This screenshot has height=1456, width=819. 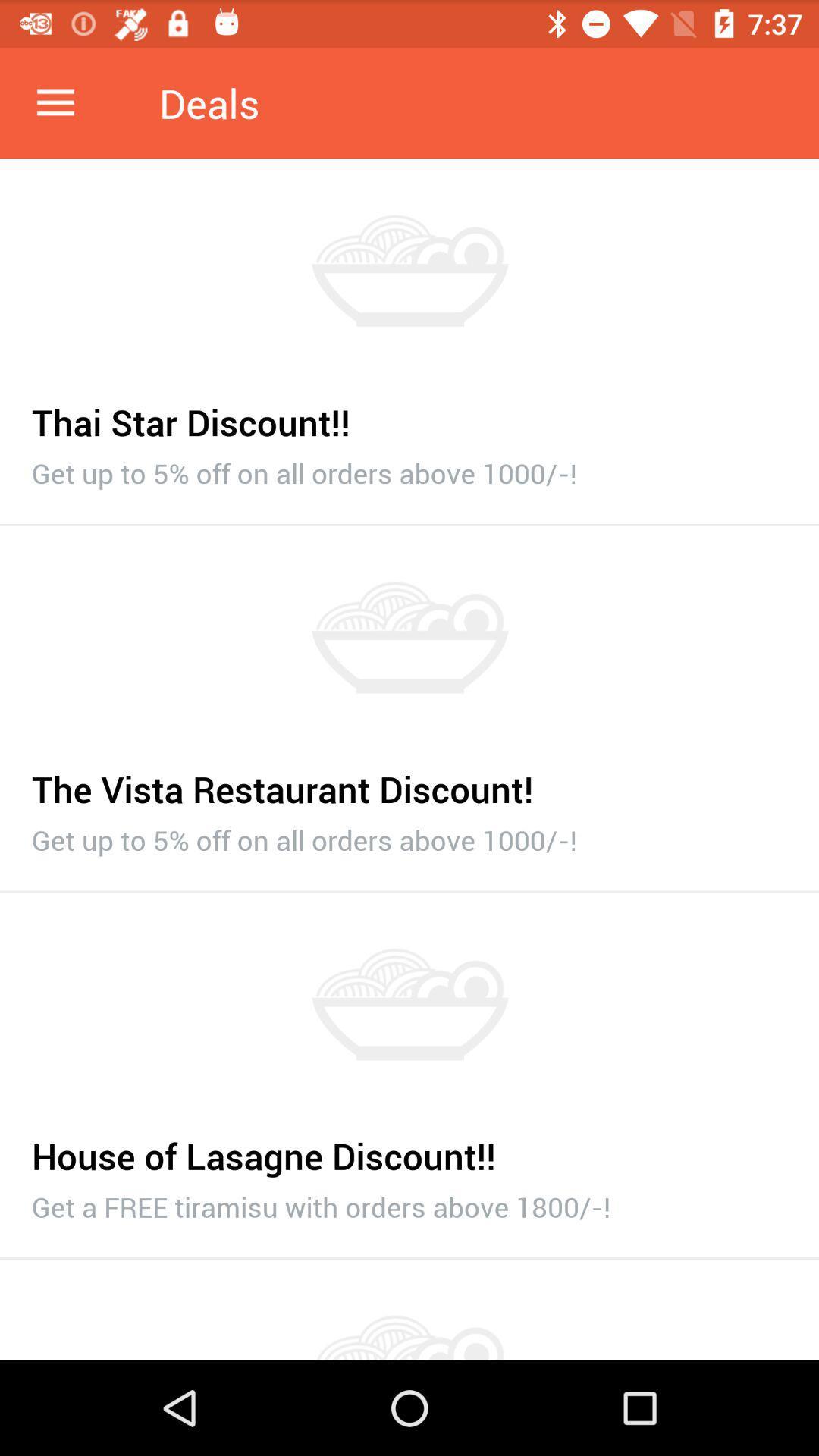 I want to click on thai star discount!!, so click(x=409, y=414).